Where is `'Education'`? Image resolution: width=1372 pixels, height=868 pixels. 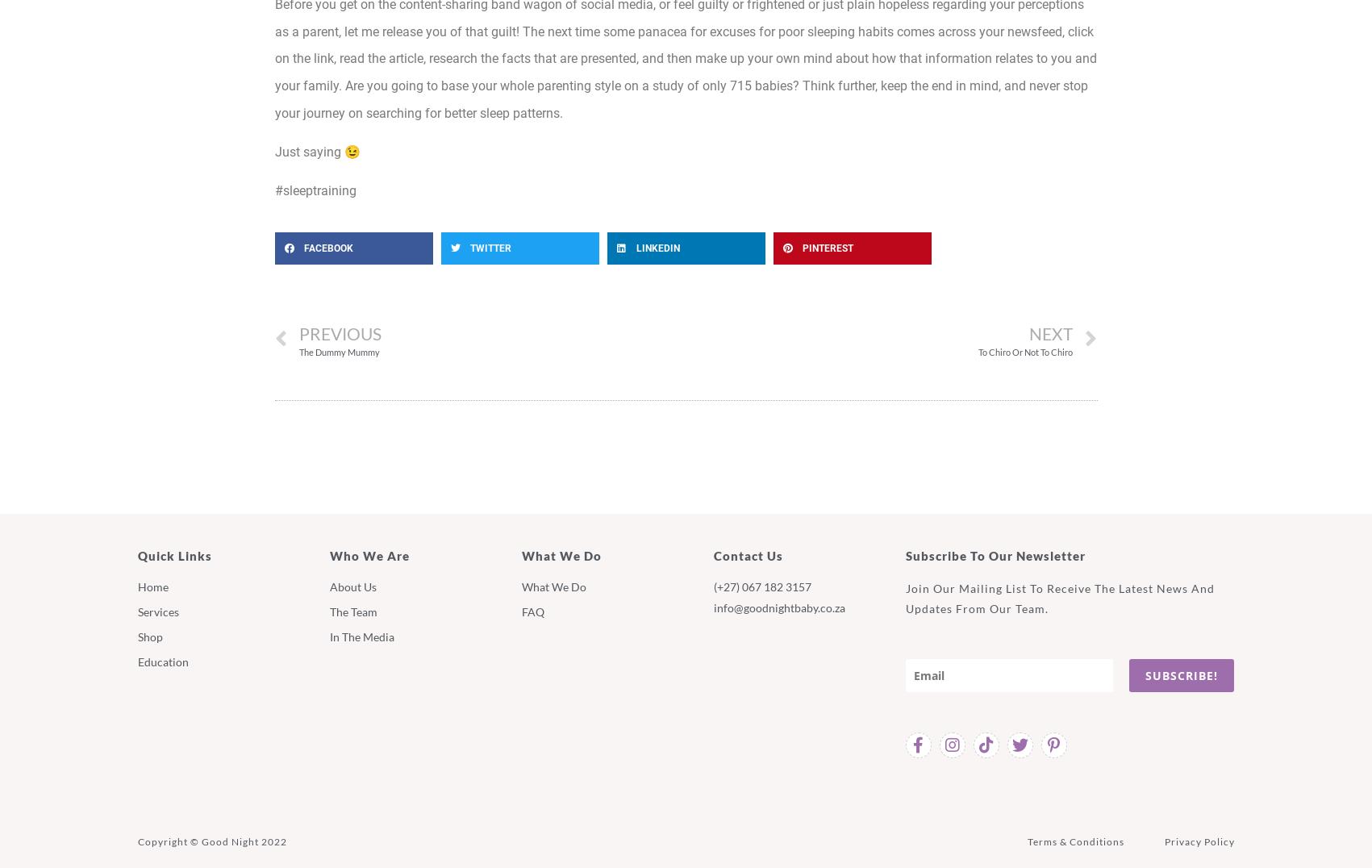 'Education' is located at coordinates (161, 660).